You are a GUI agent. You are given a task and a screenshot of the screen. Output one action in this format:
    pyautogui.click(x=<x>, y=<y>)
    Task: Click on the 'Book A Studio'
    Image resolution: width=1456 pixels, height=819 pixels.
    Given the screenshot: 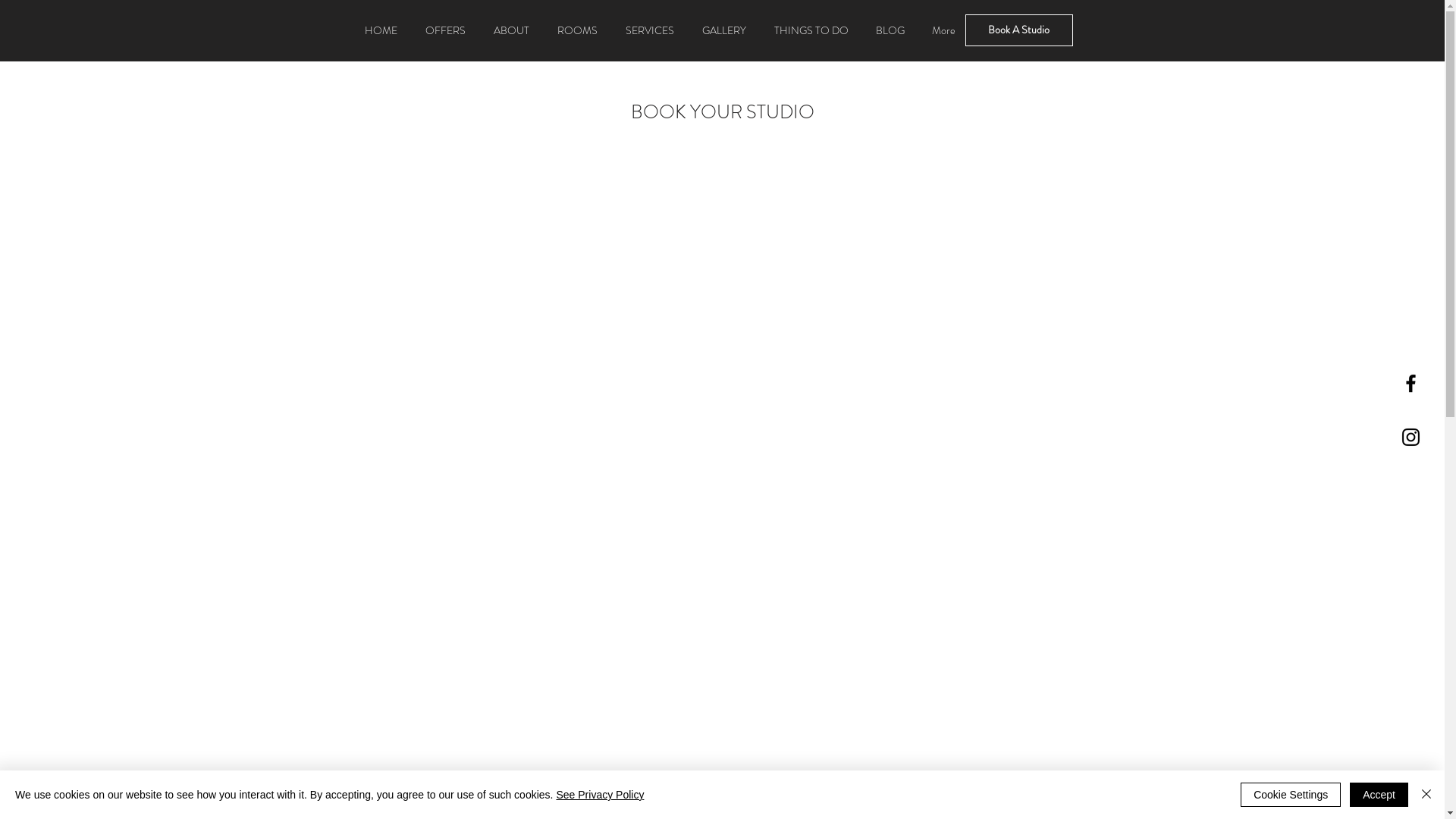 What is the action you would take?
    pyautogui.click(x=964, y=30)
    